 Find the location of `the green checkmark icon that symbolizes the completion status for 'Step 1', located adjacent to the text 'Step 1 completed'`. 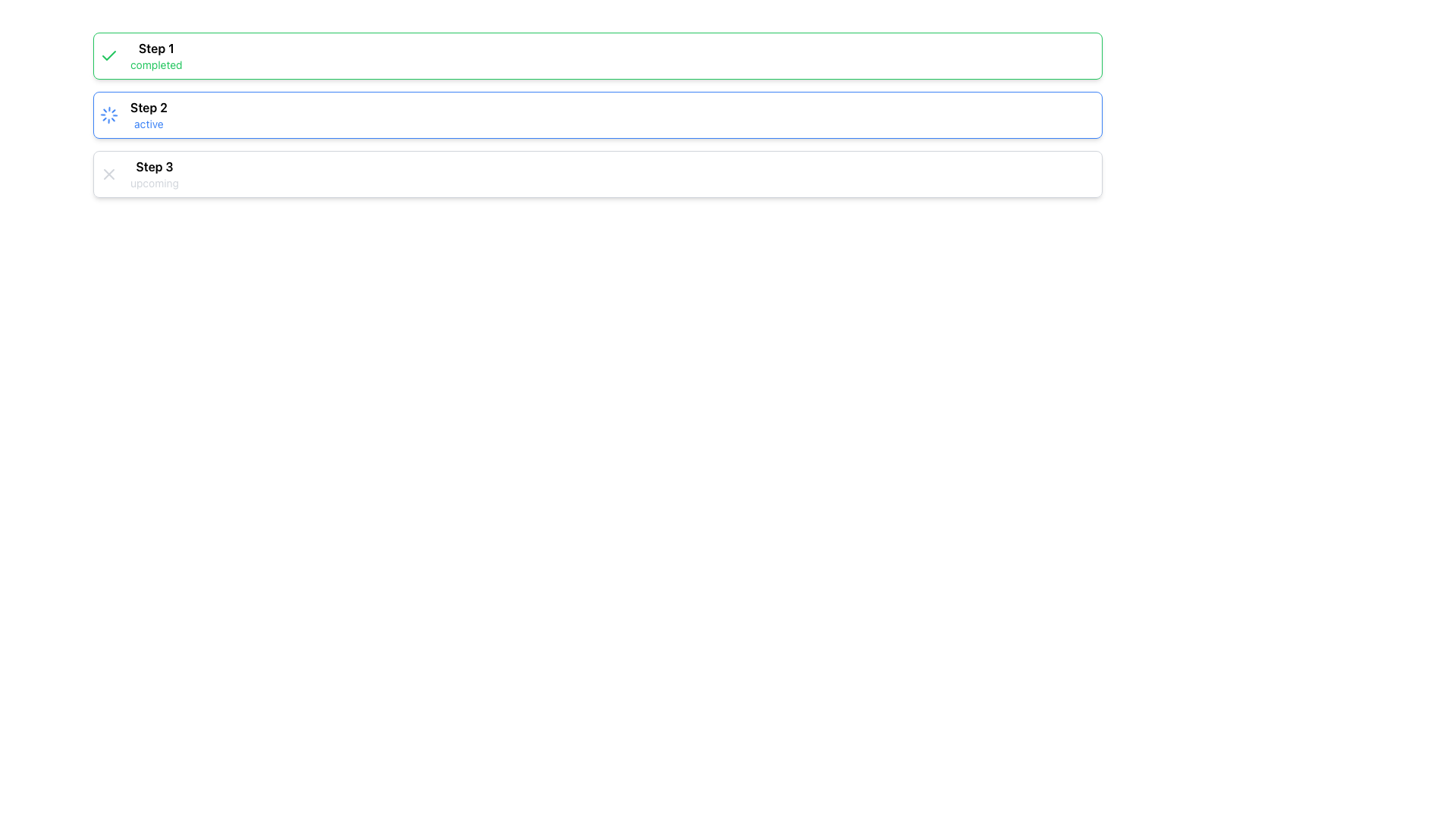

the green checkmark icon that symbolizes the completion status for 'Step 1', located adjacent to the text 'Step 1 completed' is located at coordinates (108, 55).